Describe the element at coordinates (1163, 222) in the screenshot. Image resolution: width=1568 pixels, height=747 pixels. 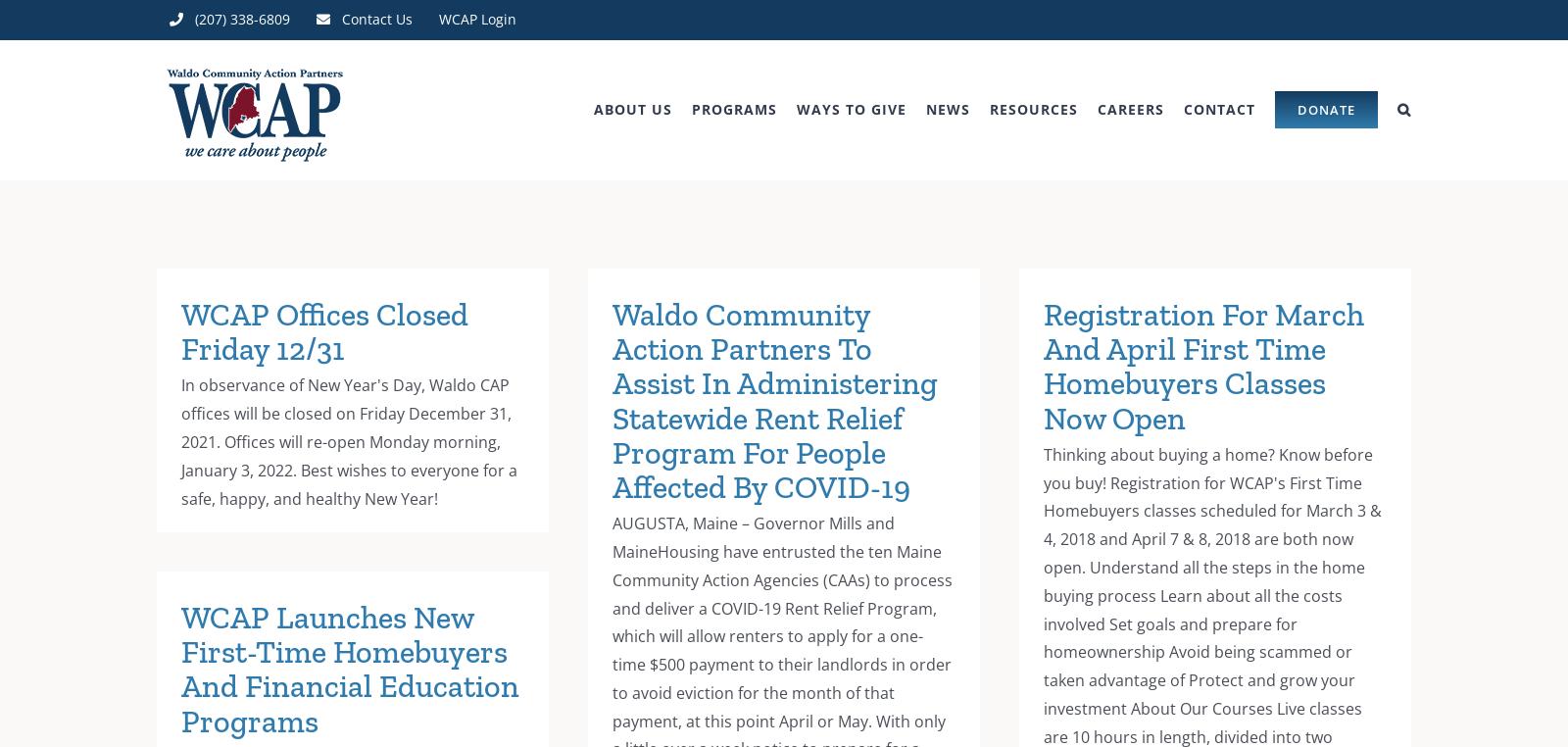
I see `'Employment Opportunities'` at that location.